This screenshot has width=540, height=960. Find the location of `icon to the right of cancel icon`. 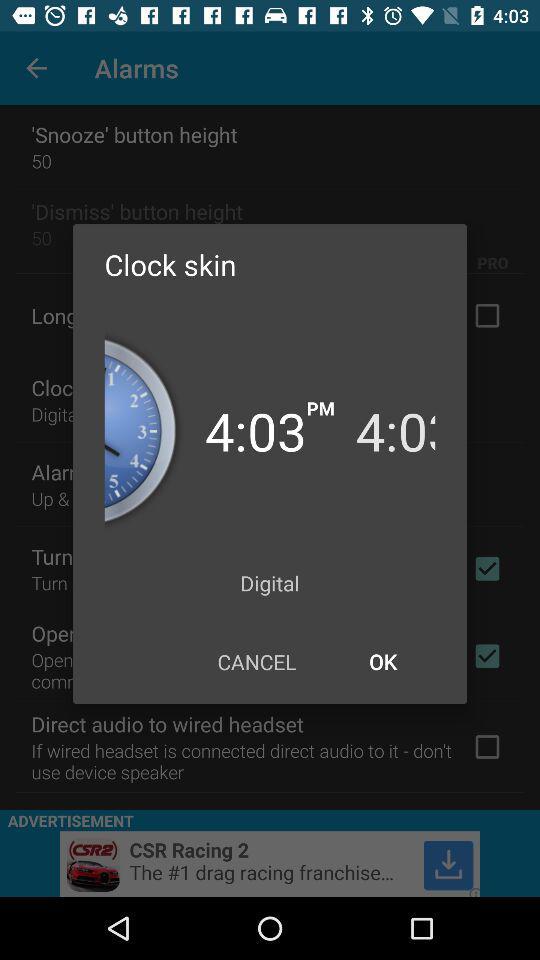

icon to the right of cancel icon is located at coordinates (382, 661).